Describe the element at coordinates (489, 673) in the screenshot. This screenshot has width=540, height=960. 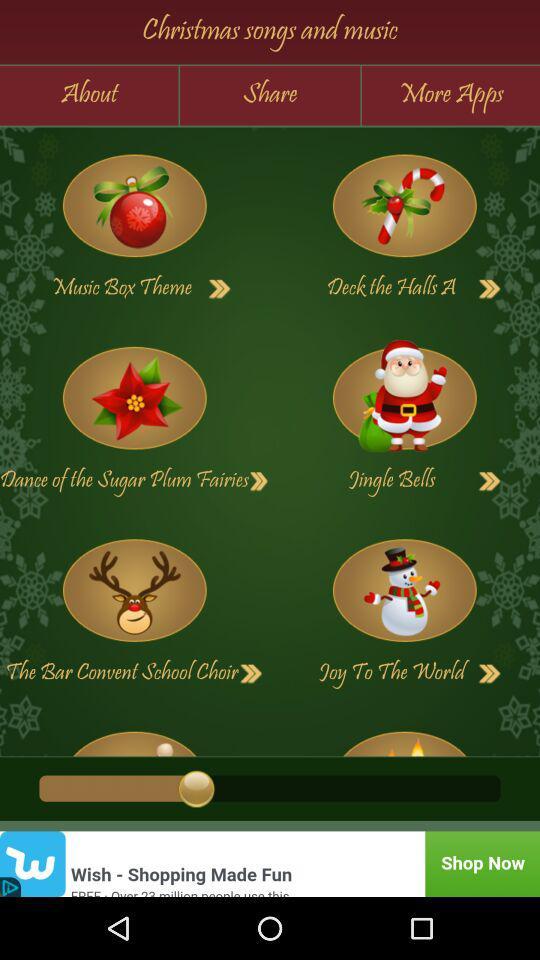
I see `next stage` at that location.